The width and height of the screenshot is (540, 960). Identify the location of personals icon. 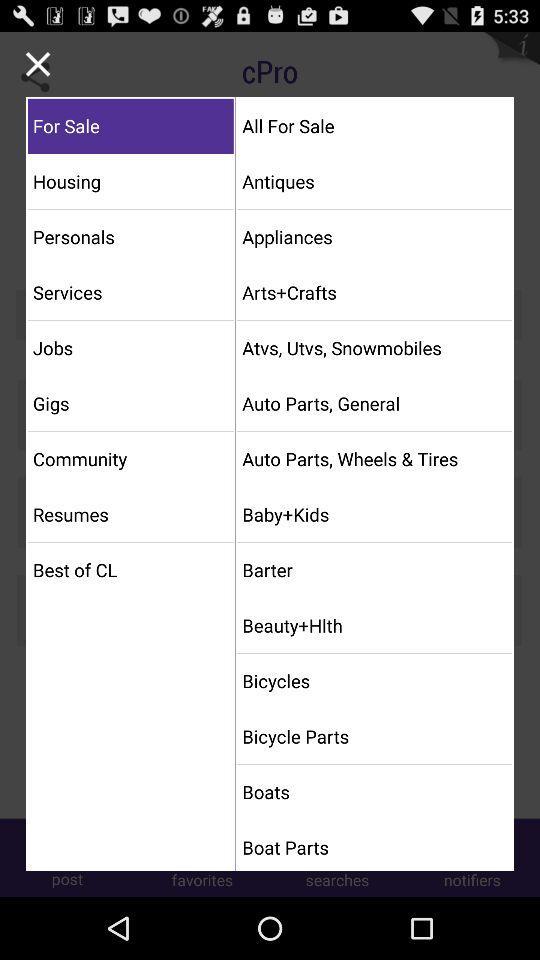
(130, 237).